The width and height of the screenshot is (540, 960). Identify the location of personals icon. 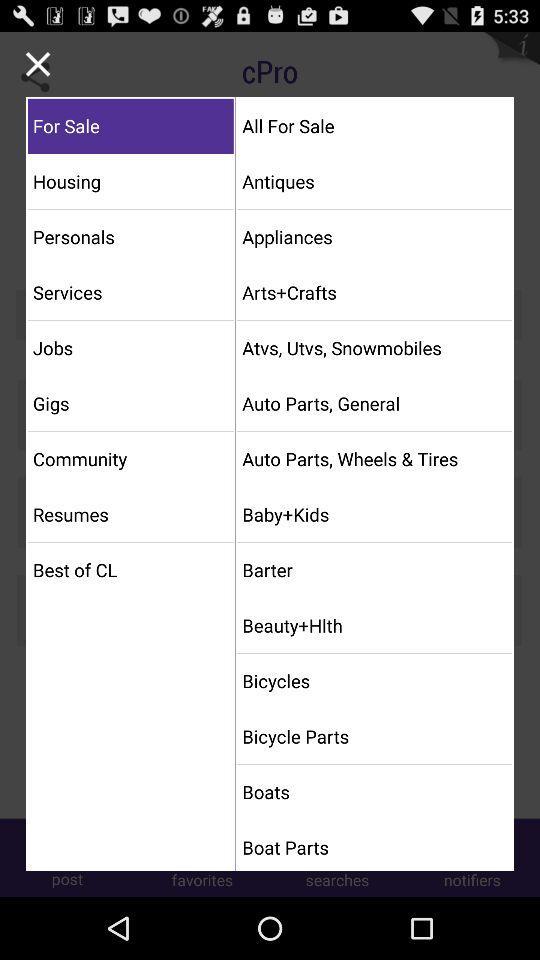
(130, 237).